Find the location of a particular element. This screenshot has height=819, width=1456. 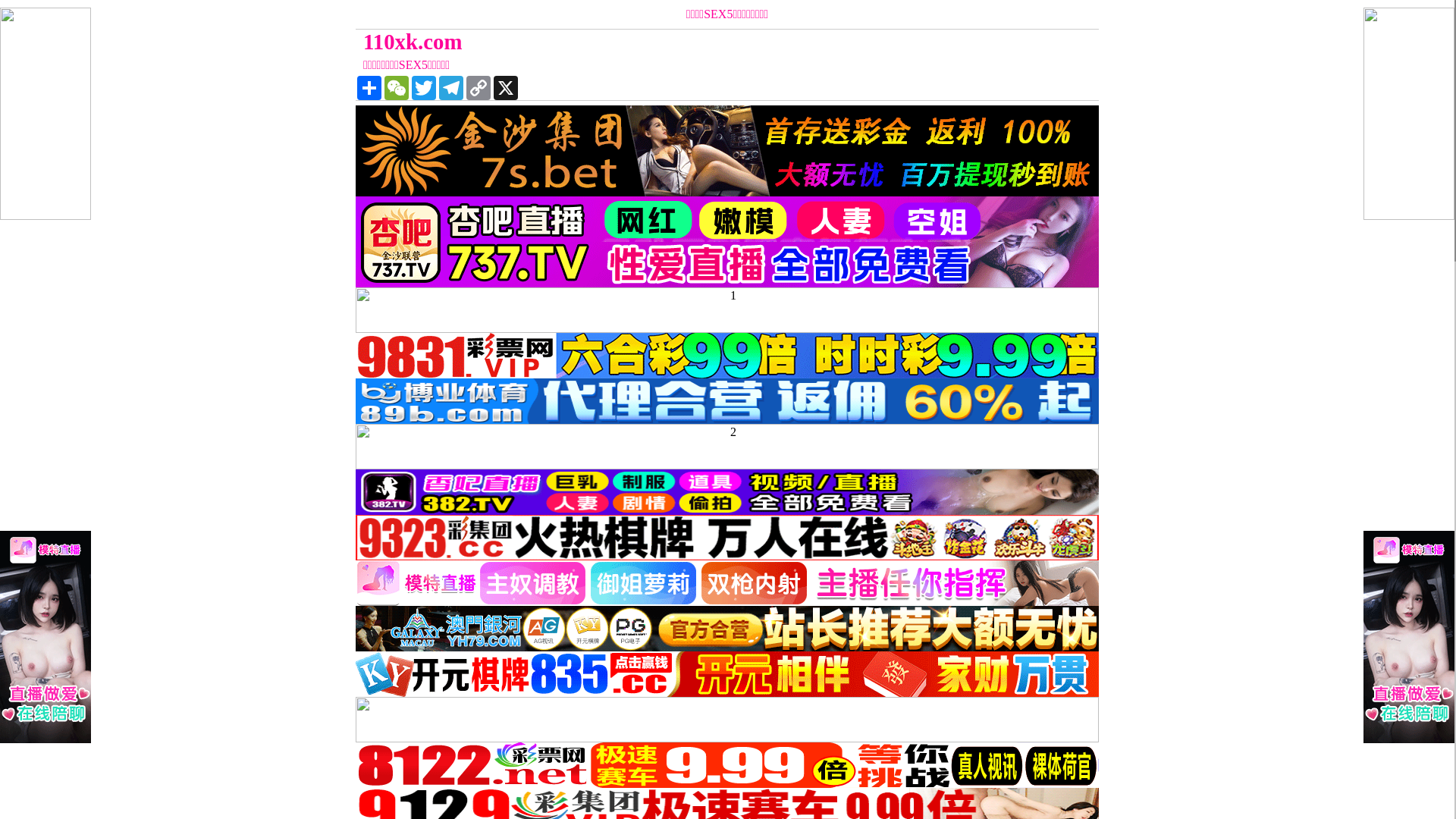

'Twitter' is located at coordinates (423, 87).